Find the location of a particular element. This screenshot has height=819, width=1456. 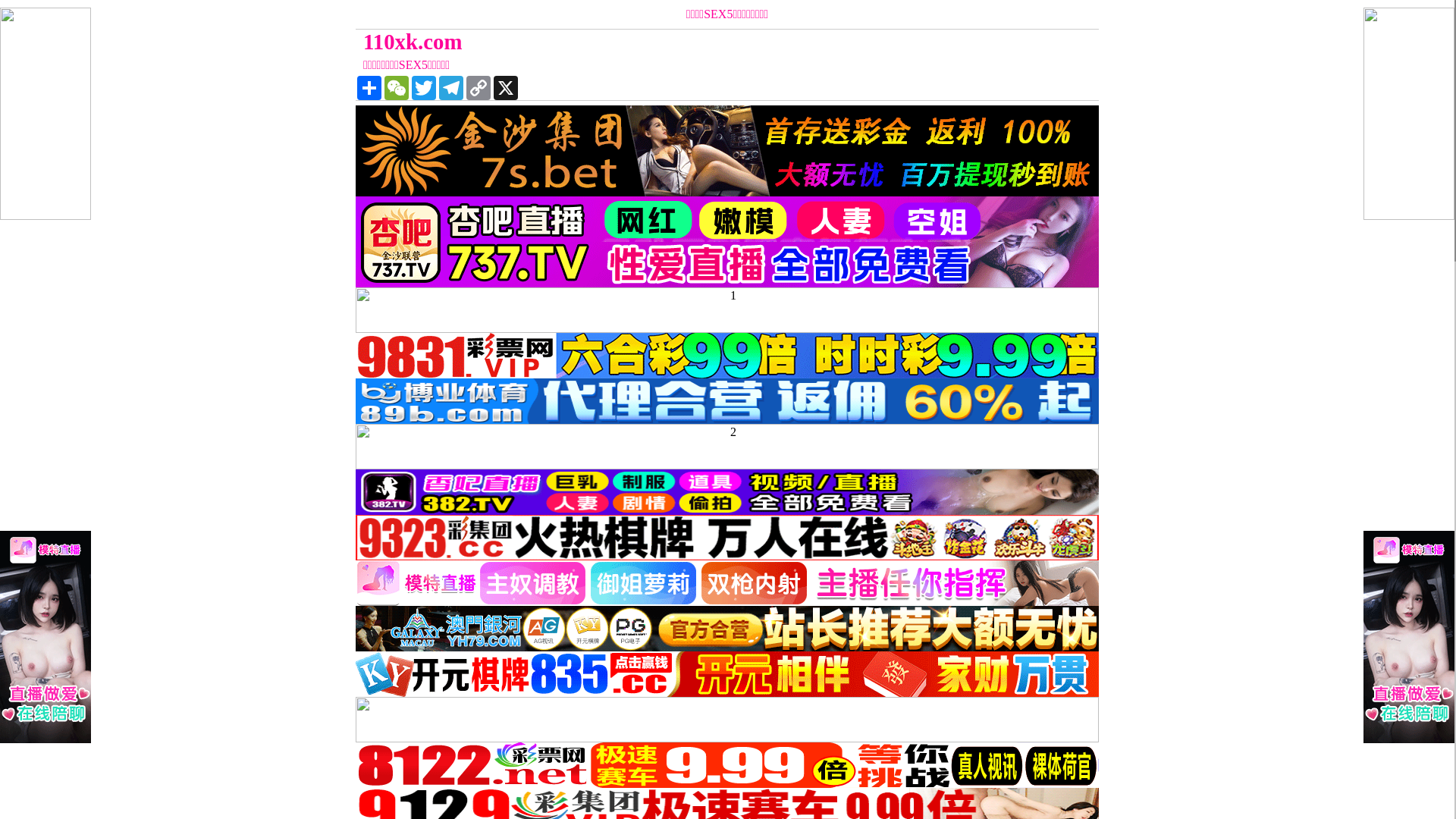

'Twitter' is located at coordinates (423, 87).